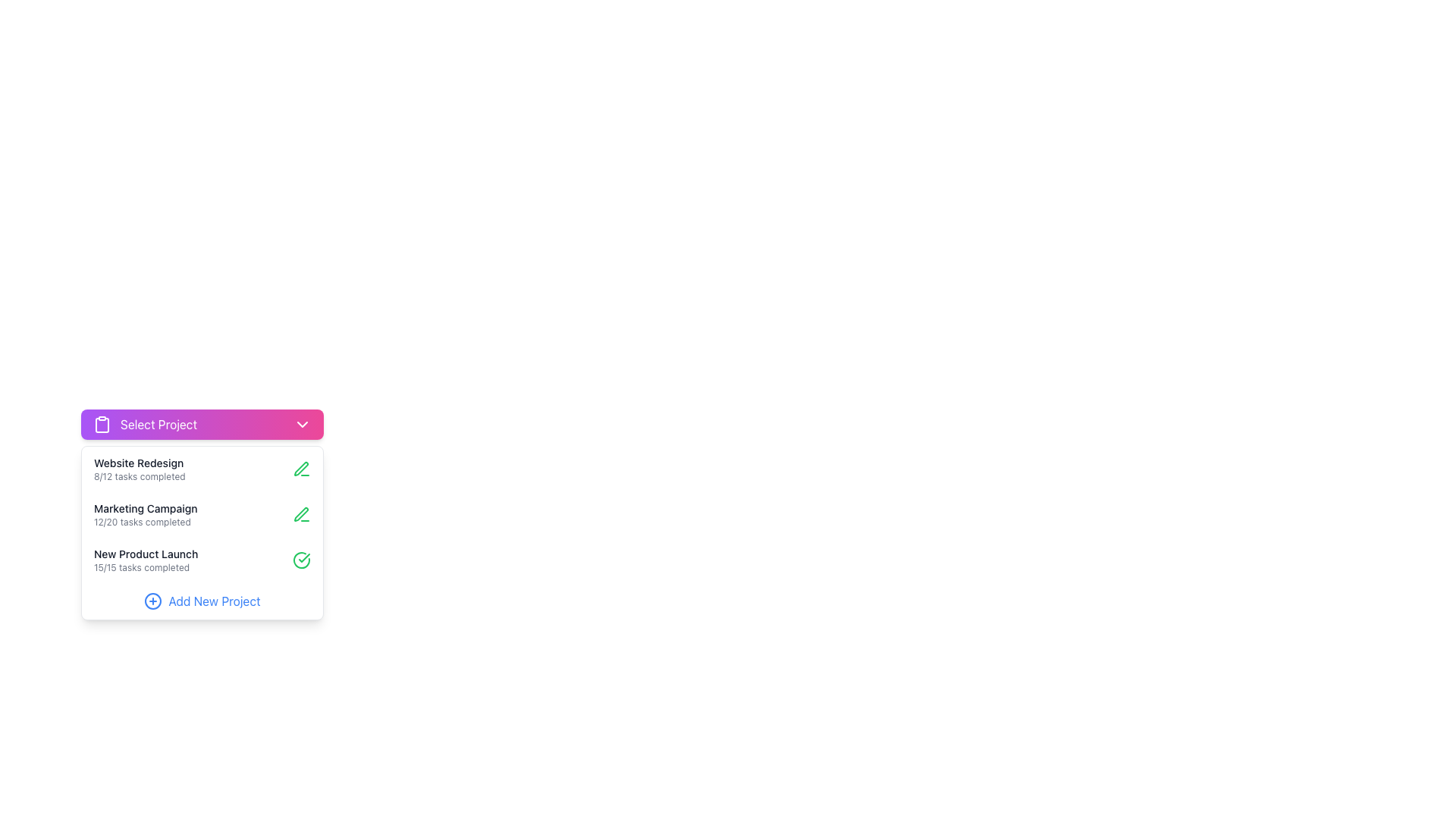 Image resolution: width=1456 pixels, height=819 pixels. I want to click on the third List Item in the 'Select Project' section, which displays 'New Product Launch' and '15/15 tasks completed', so click(202, 560).